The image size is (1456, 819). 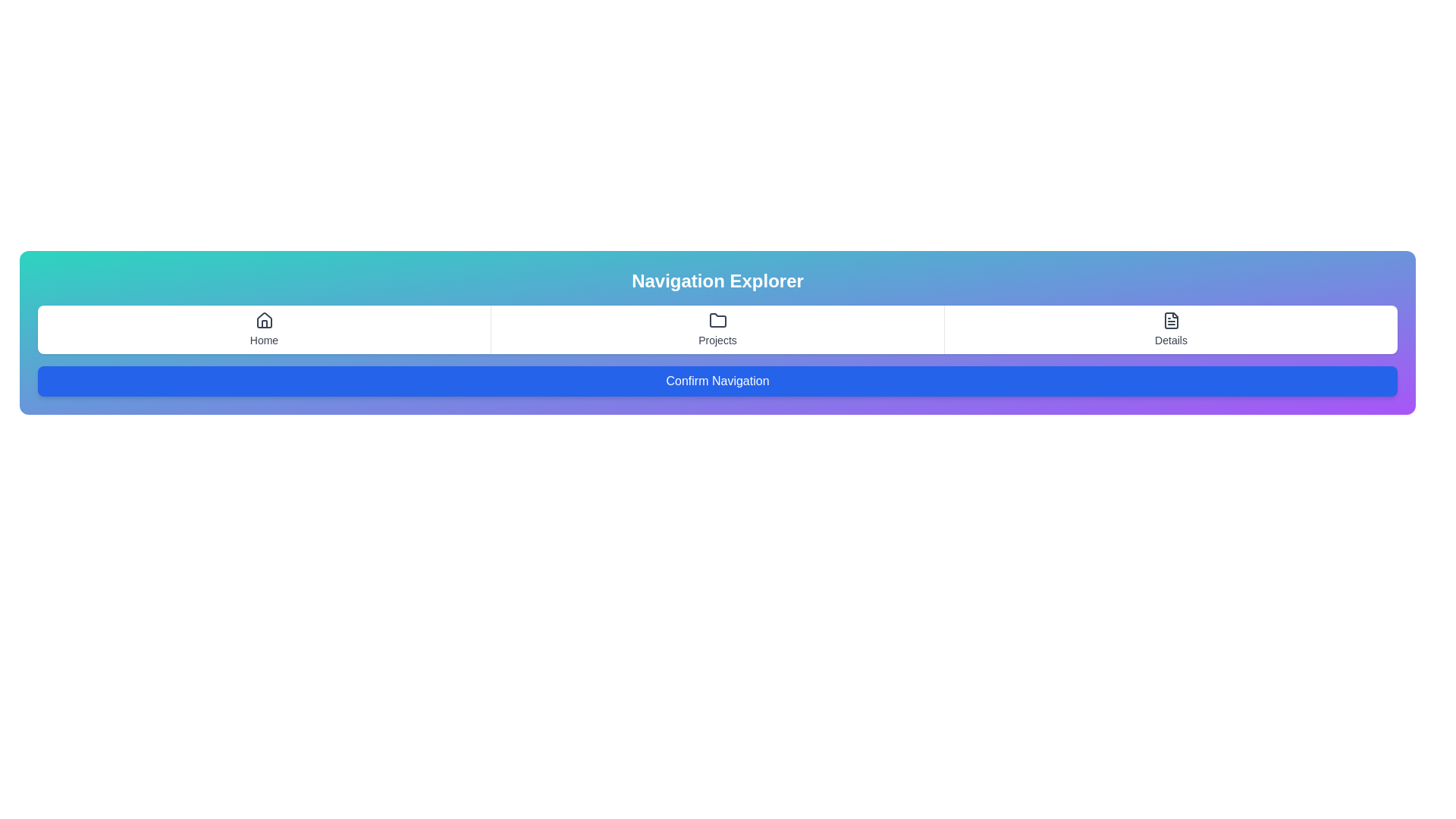 What do you see at coordinates (264, 339) in the screenshot?
I see `the 'Home' text link, which is displayed in a small, gray font and is positioned directly below the house icon in the navigation menu` at bounding box center [264, 339].